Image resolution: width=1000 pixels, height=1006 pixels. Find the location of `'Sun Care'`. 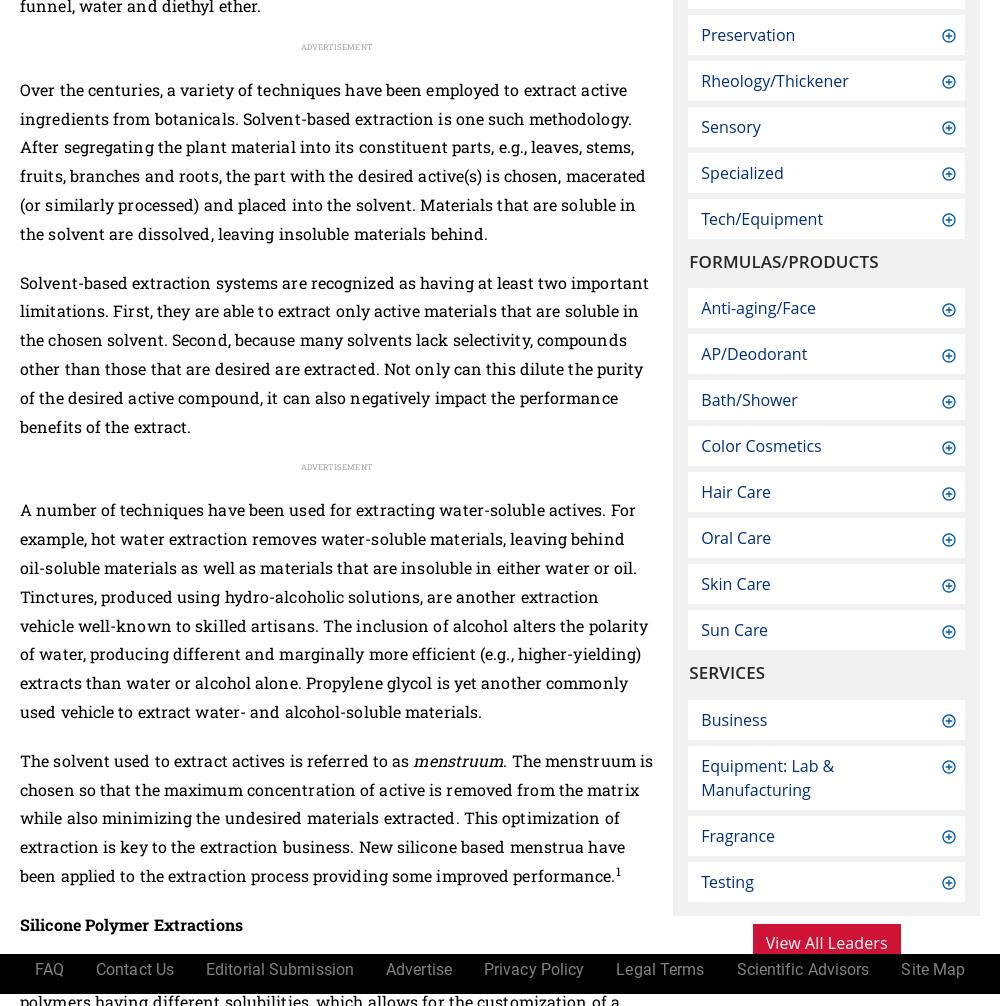

'Sun Care' is located at coordinates (733, 629).